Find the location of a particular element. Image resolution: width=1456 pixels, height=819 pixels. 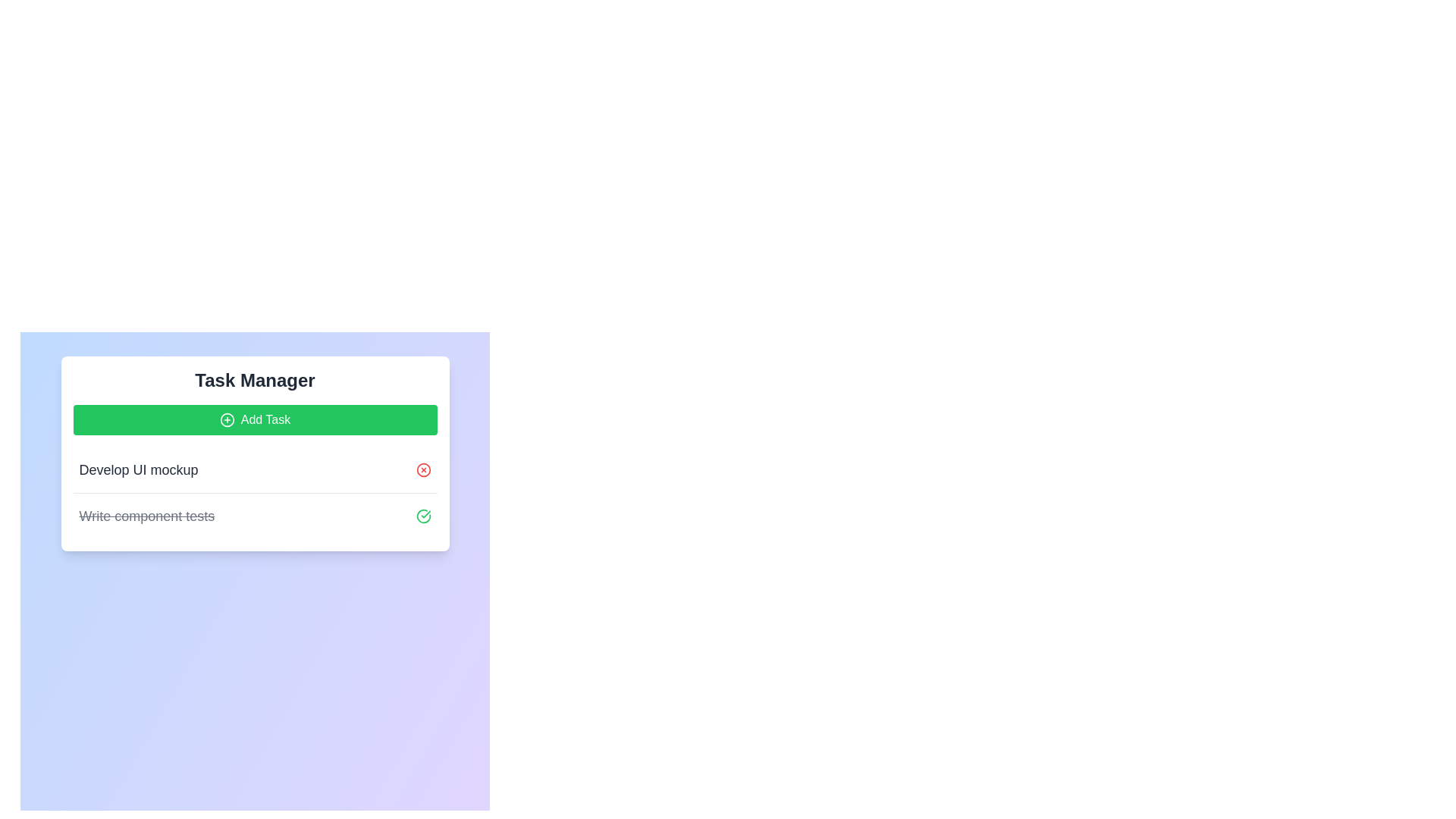

the interactive circular icon with a check mark located on the right side of the second task row titled 'Write component tests' is located at coordinates (423, 516).